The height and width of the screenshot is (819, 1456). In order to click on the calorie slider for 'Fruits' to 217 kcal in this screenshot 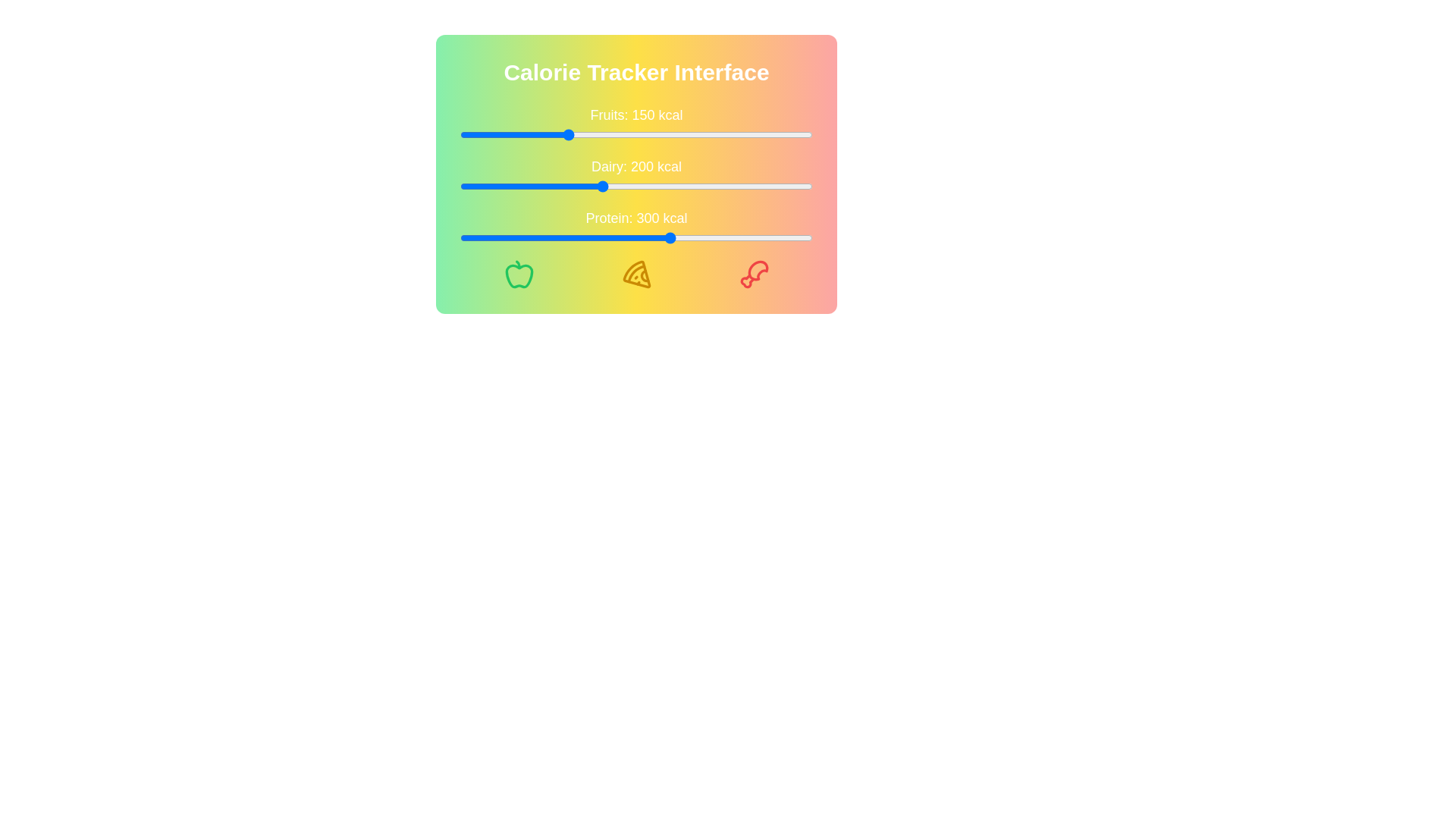, I will do `click(613, 133)`.